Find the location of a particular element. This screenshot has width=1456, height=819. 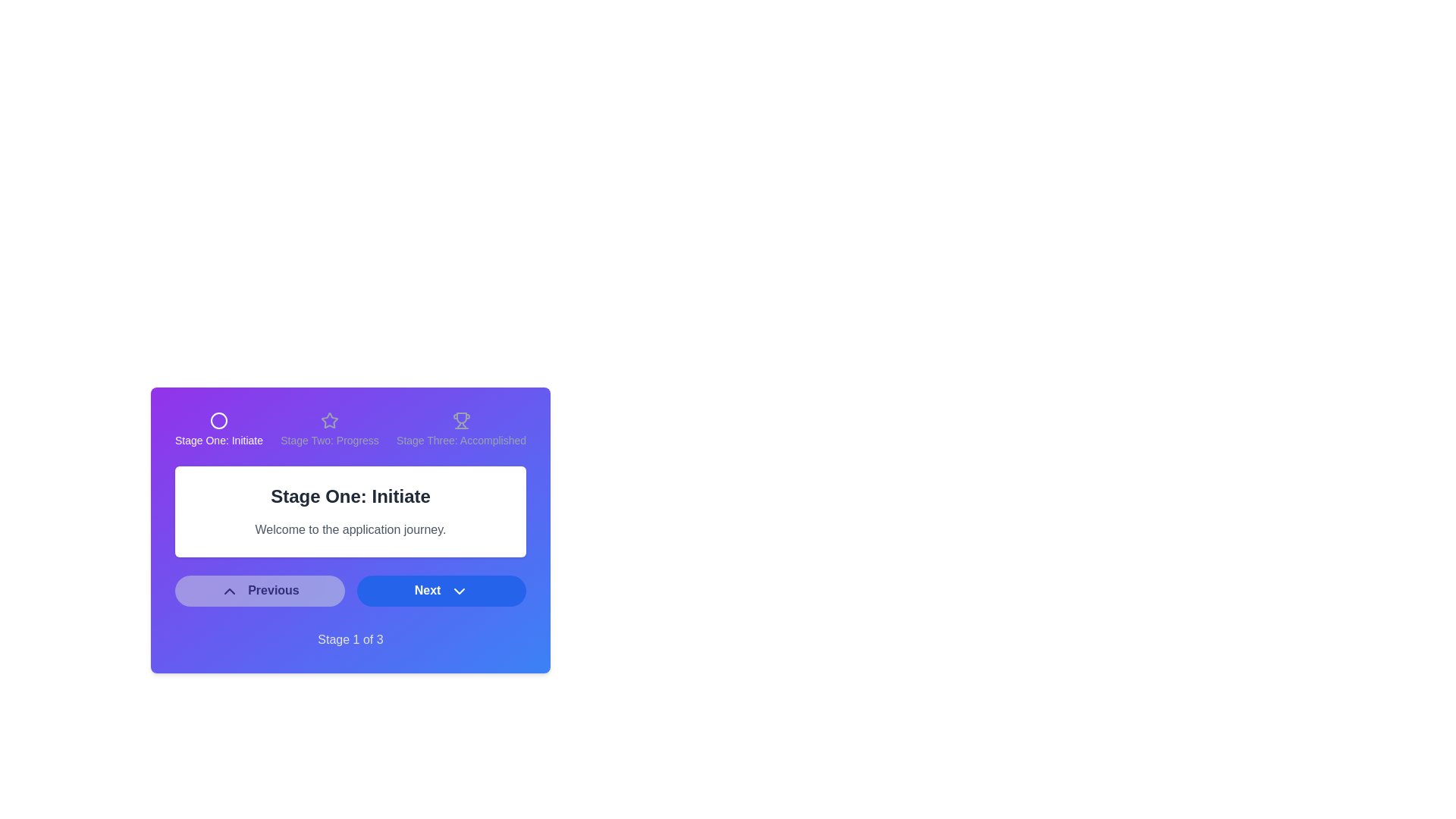

the downward-facing chevron icon within the blue 'Next' button is located at coordinates (458, 590).